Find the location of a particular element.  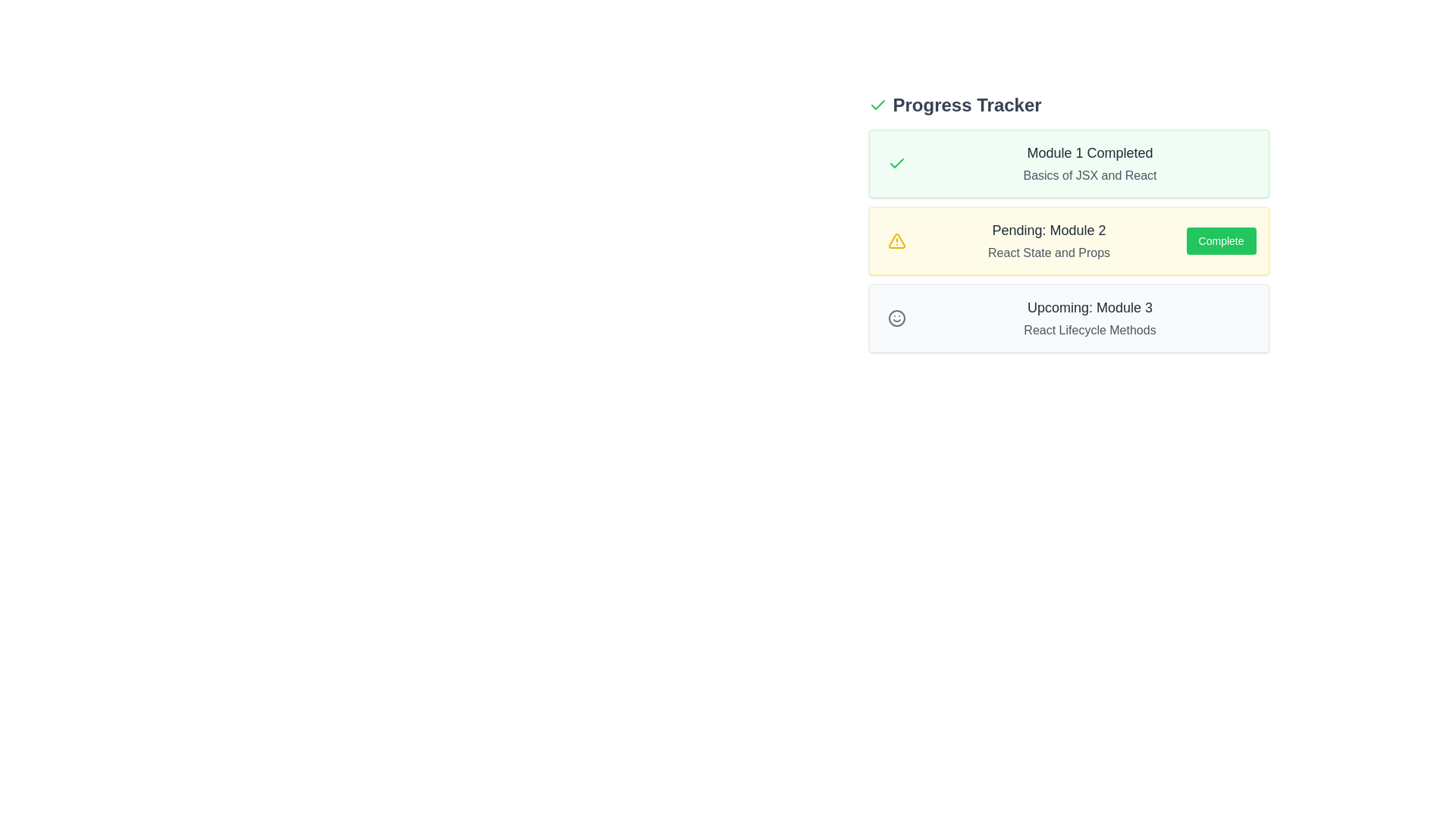

the Static Text Label indicating the status of 'Module 2' in the Progress Tracker, which displays 'Pending: Module 2' is located at coordinates (1048, 231).